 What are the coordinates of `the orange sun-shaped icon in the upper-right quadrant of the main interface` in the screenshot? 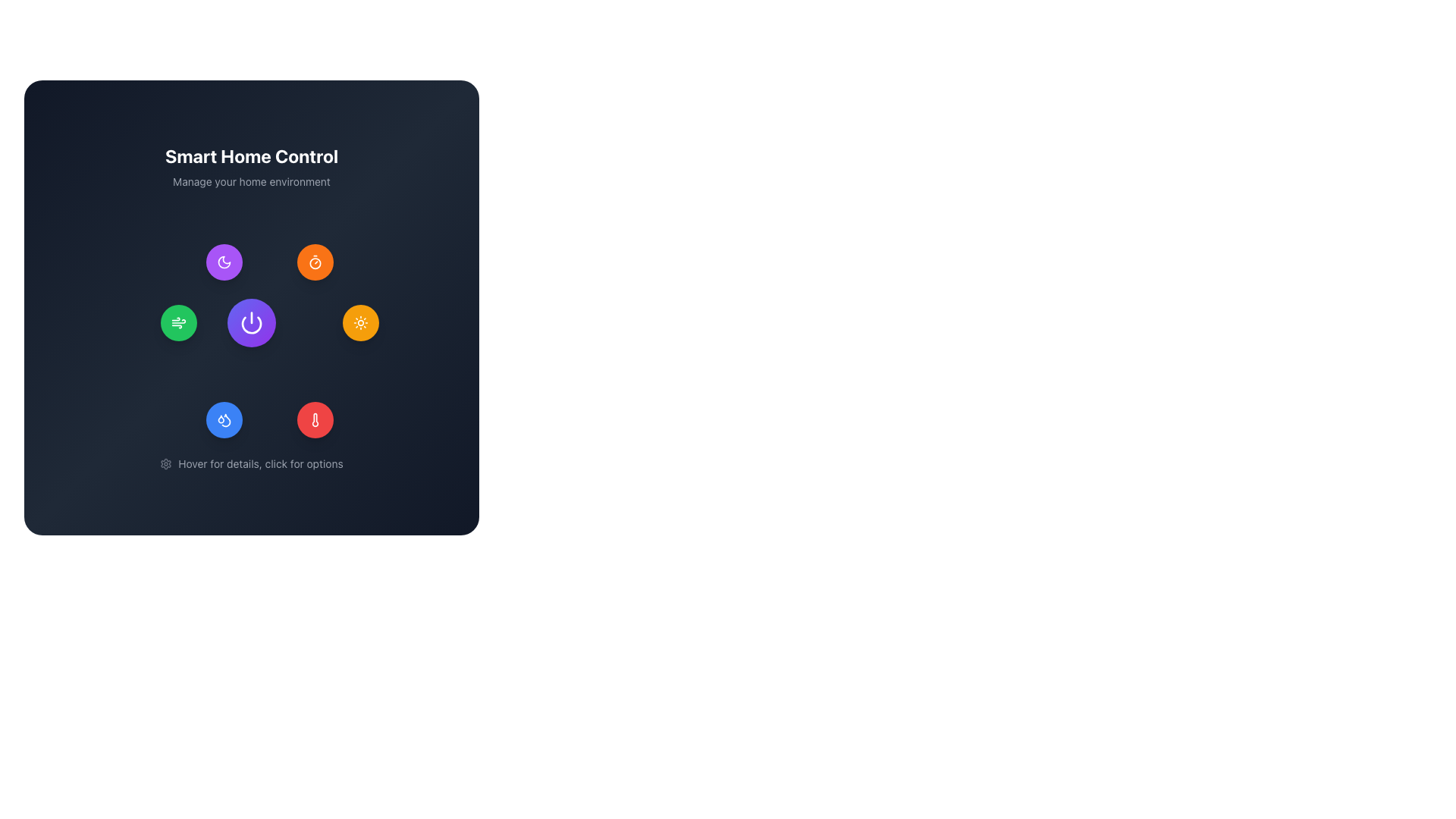 It's located at (359, 322).